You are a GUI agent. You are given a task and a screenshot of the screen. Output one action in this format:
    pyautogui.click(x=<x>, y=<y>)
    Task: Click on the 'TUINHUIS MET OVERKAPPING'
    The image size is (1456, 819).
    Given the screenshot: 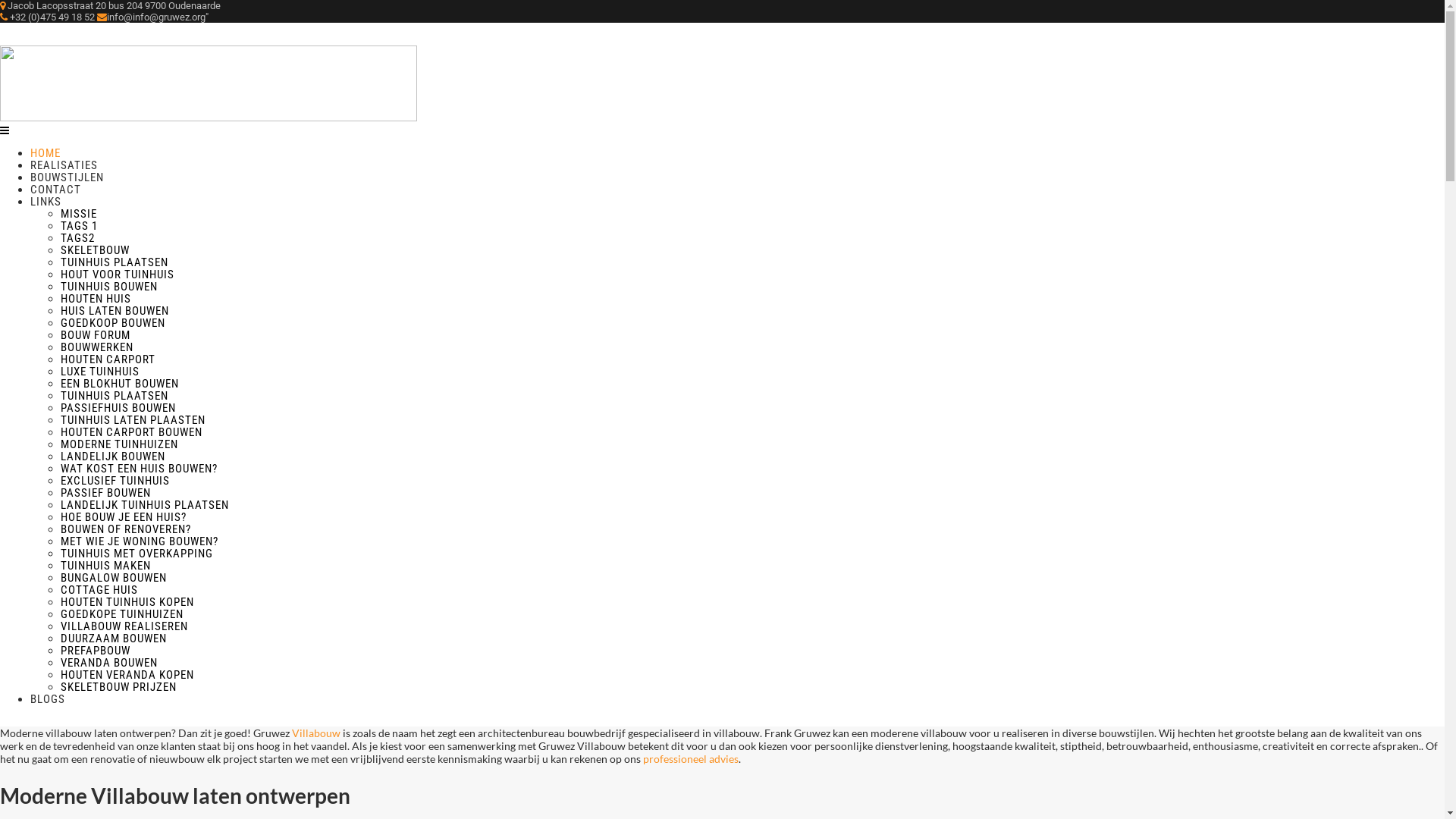 What is the action you would take?
    pyautogui.click(x=136, y=553)
    